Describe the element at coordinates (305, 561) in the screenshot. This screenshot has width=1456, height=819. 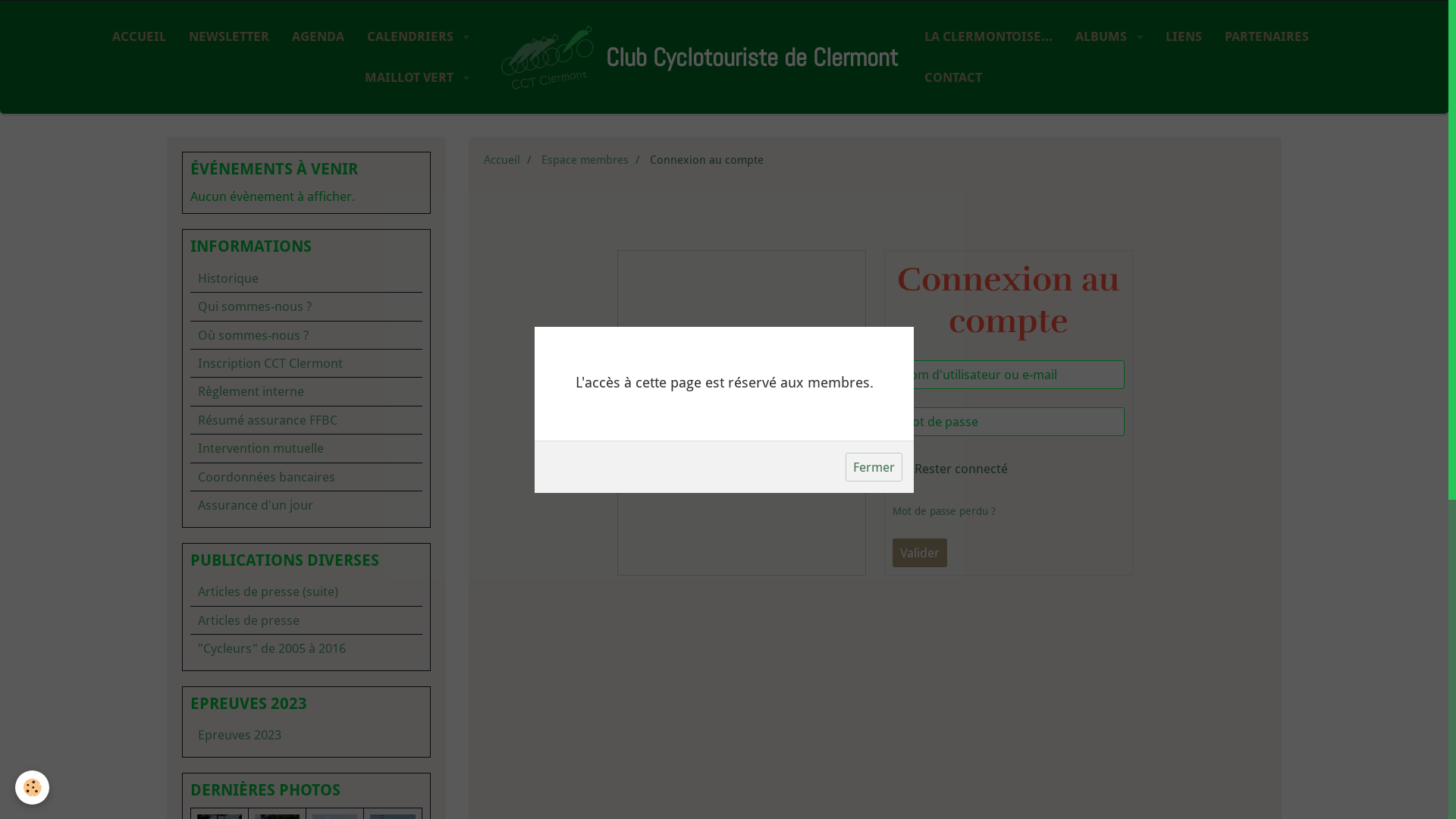
I see `'PUBLICATIONS DIVERSES'` at that location.